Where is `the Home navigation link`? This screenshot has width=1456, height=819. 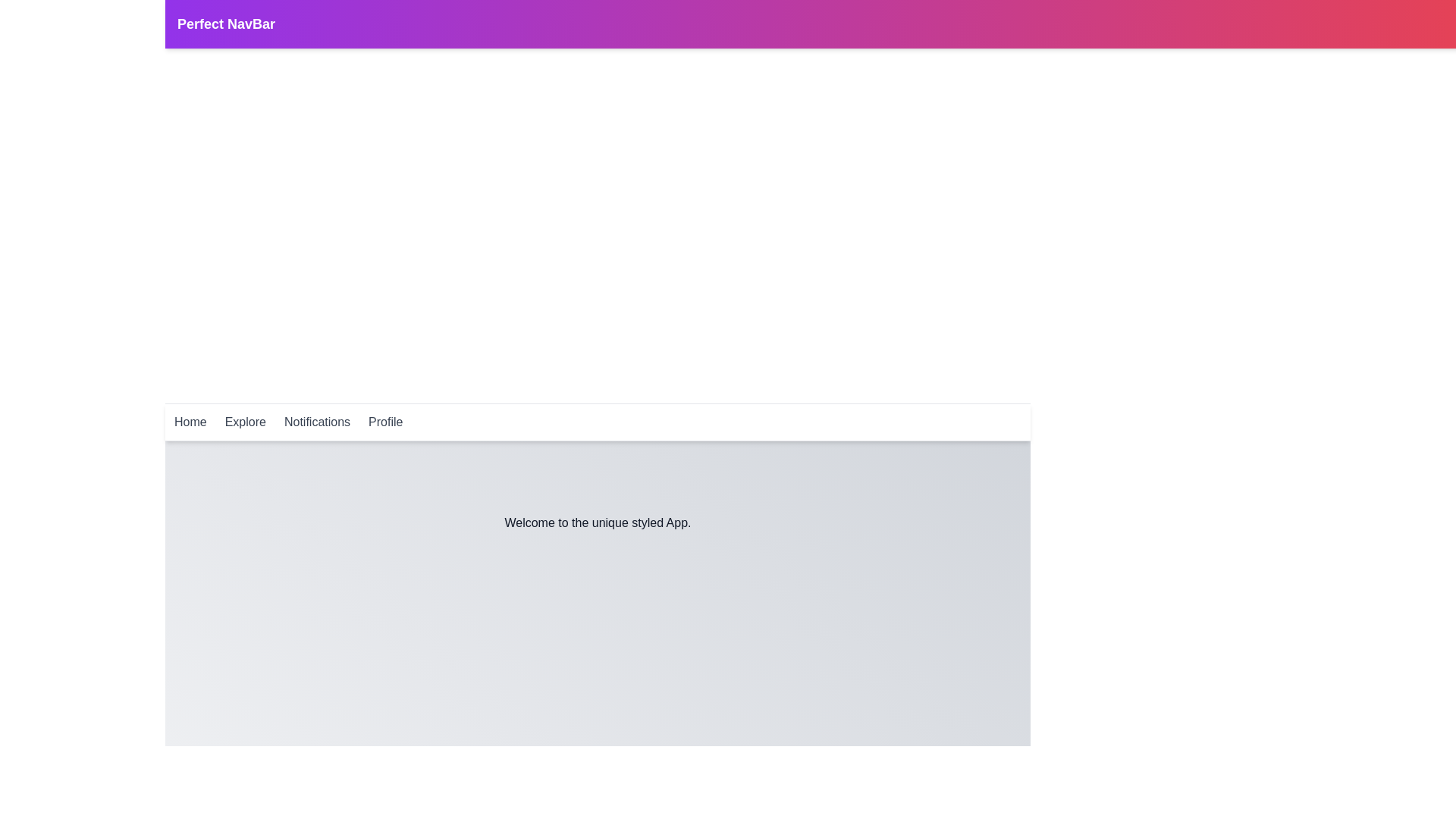
the Home navigation link is located at coordinates (189, 422).